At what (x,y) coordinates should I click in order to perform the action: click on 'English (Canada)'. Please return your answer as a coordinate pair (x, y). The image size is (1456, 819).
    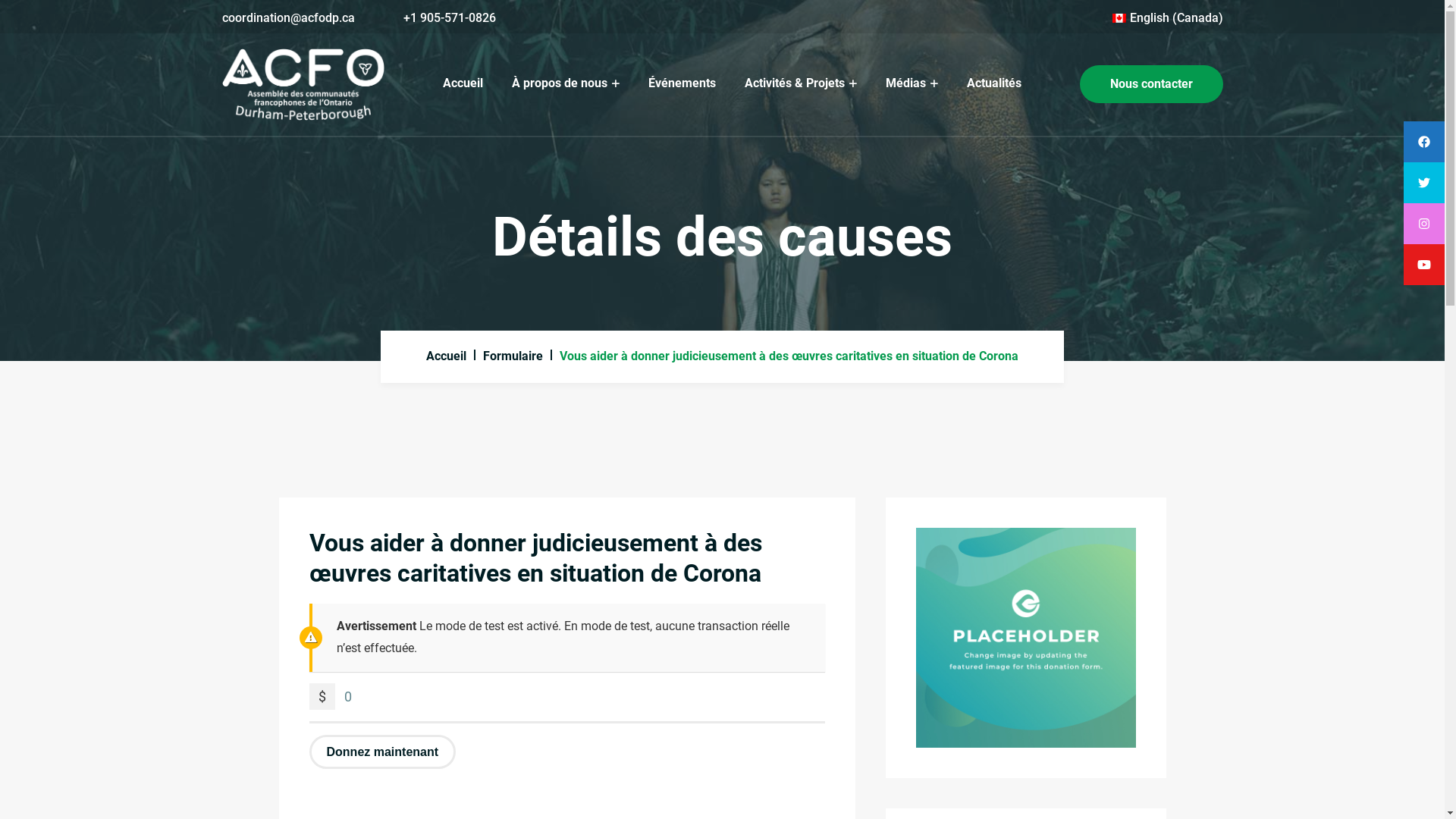
    Looking at the image, I should click on (1165, 17).